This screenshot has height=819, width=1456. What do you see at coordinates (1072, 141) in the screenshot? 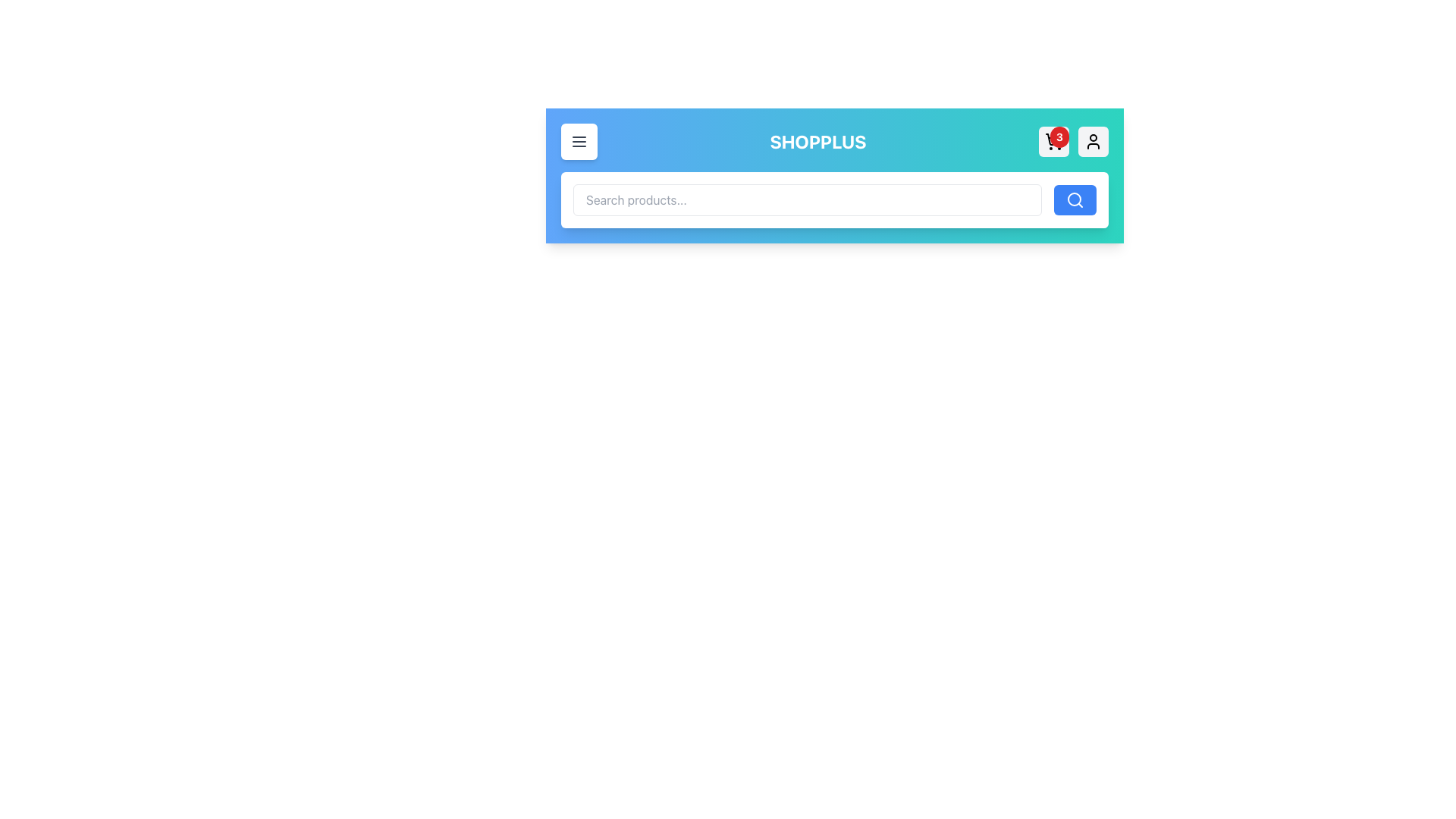
I see `the shopping cart icon located at the top right corner of the navigation bar, adjacent to the Notification badge which indicates the number of items in the cart` at bounding box center [1072, 141].